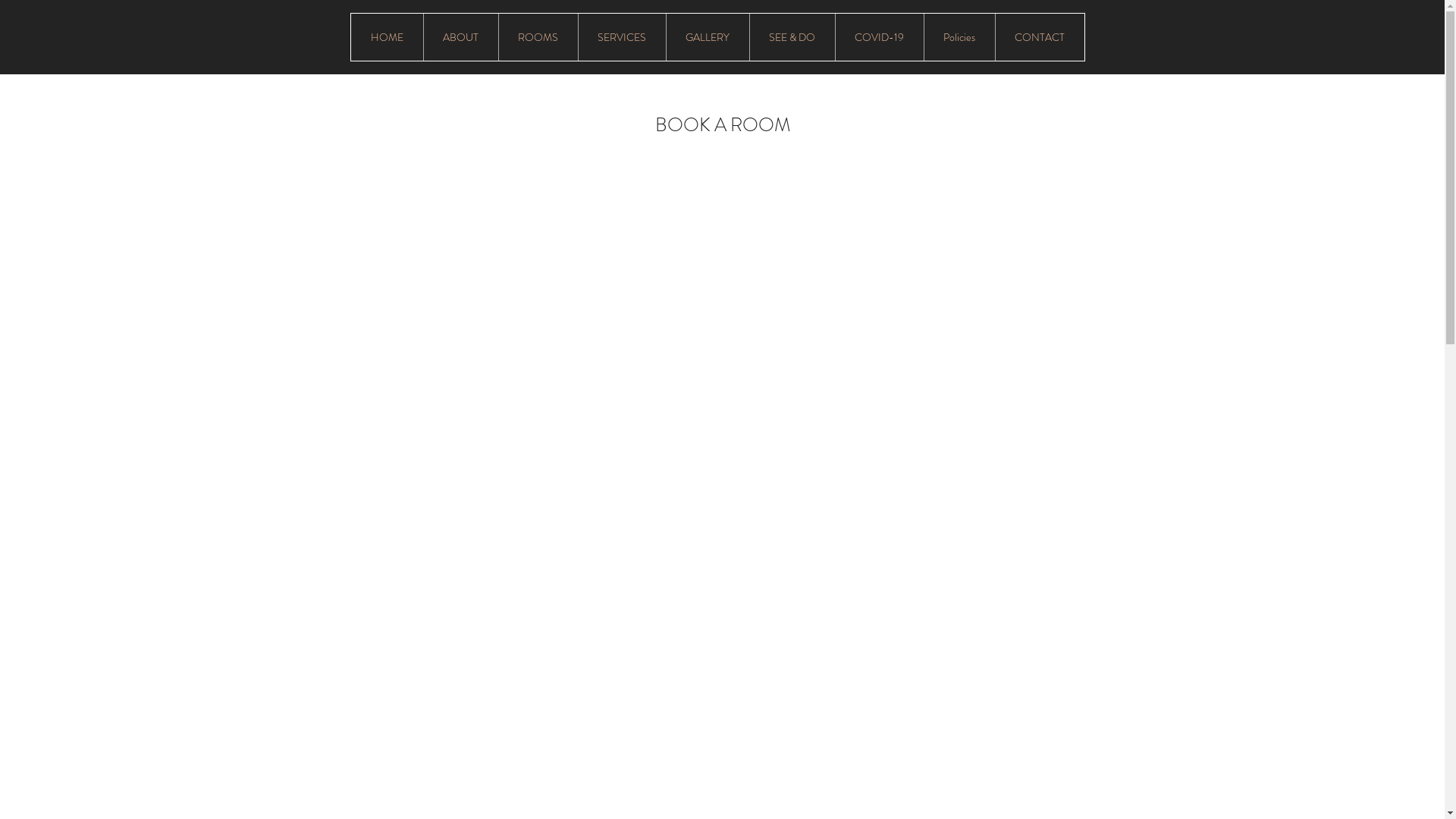 This screenshot has width=1456, height=819. Describe the element at coordinates (749, 36) in the screenshot. I see `'SEE & DO'` at that location.